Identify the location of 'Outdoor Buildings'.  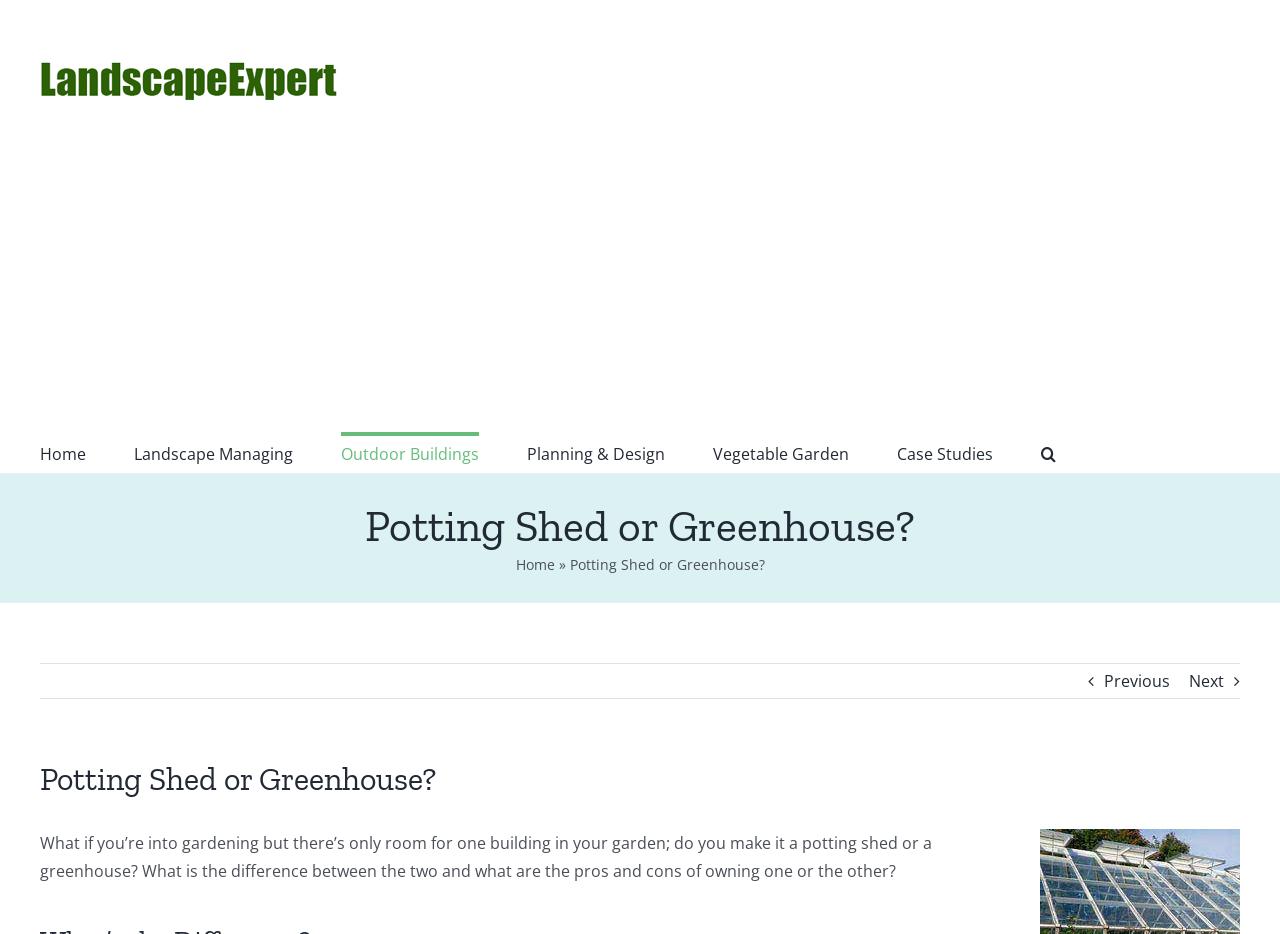
(408, 454).